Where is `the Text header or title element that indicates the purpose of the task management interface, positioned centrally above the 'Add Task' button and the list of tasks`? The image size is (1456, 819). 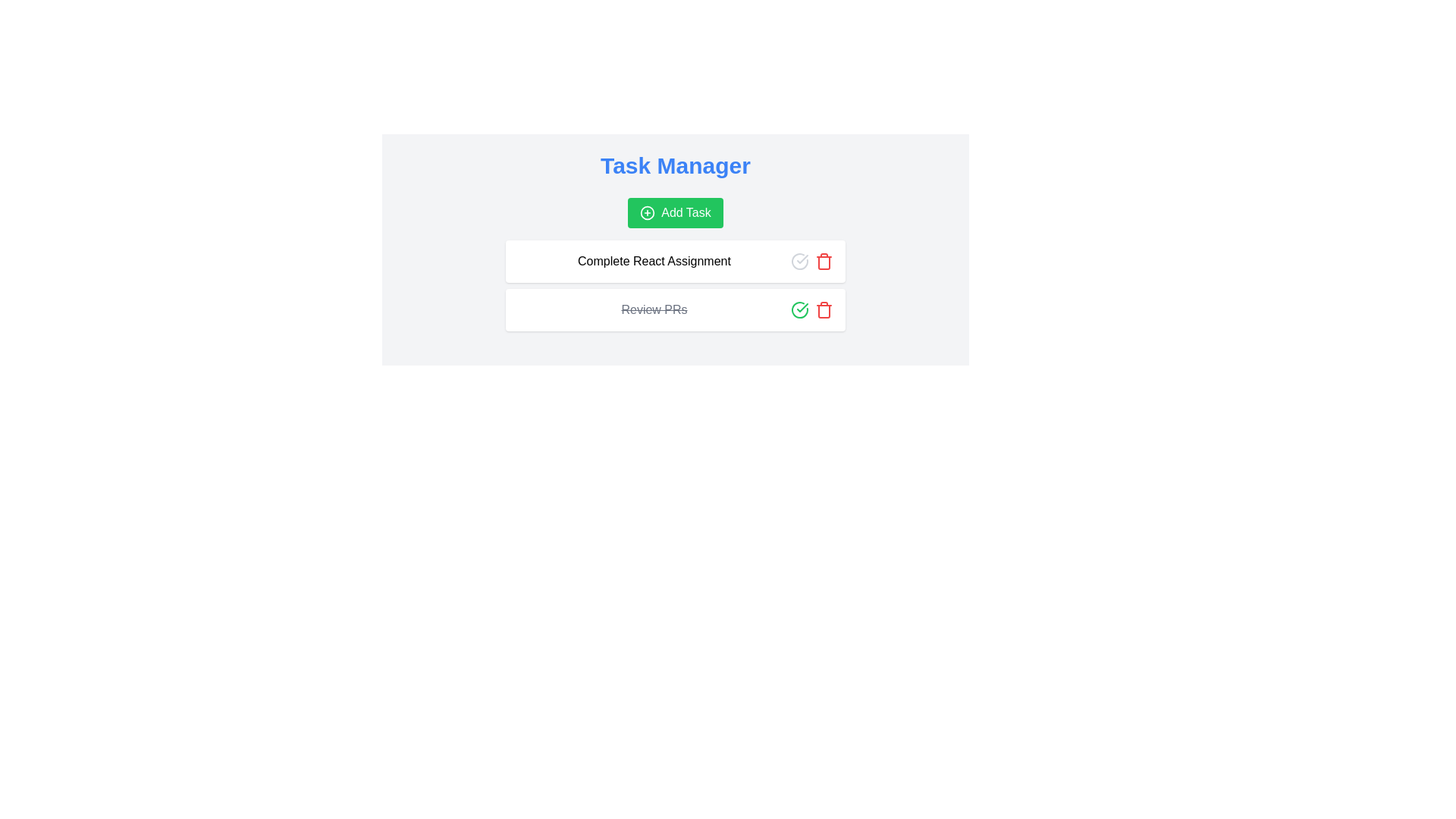 the Text header or title element that indicates the purpose of the task management interface, positioned centrally above the 'Add Task' button and the list of tasks is located at coordinates (675, 166).